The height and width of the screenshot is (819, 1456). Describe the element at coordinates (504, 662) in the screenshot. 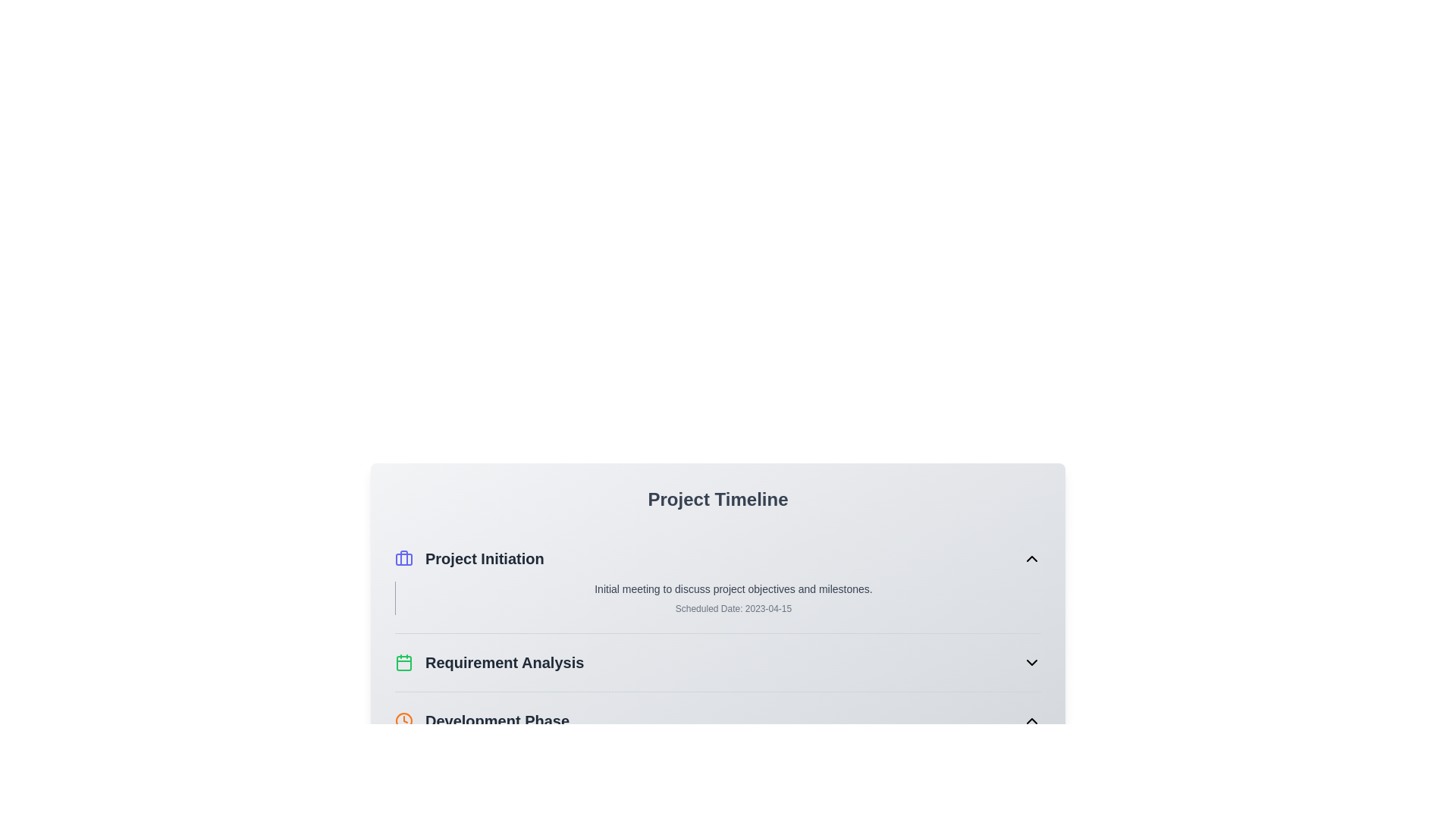

I see `the 'Requirement Analysis' text label, which is positioned to the right of a green calendar icon within the 'Project Timeline' section` at that location.